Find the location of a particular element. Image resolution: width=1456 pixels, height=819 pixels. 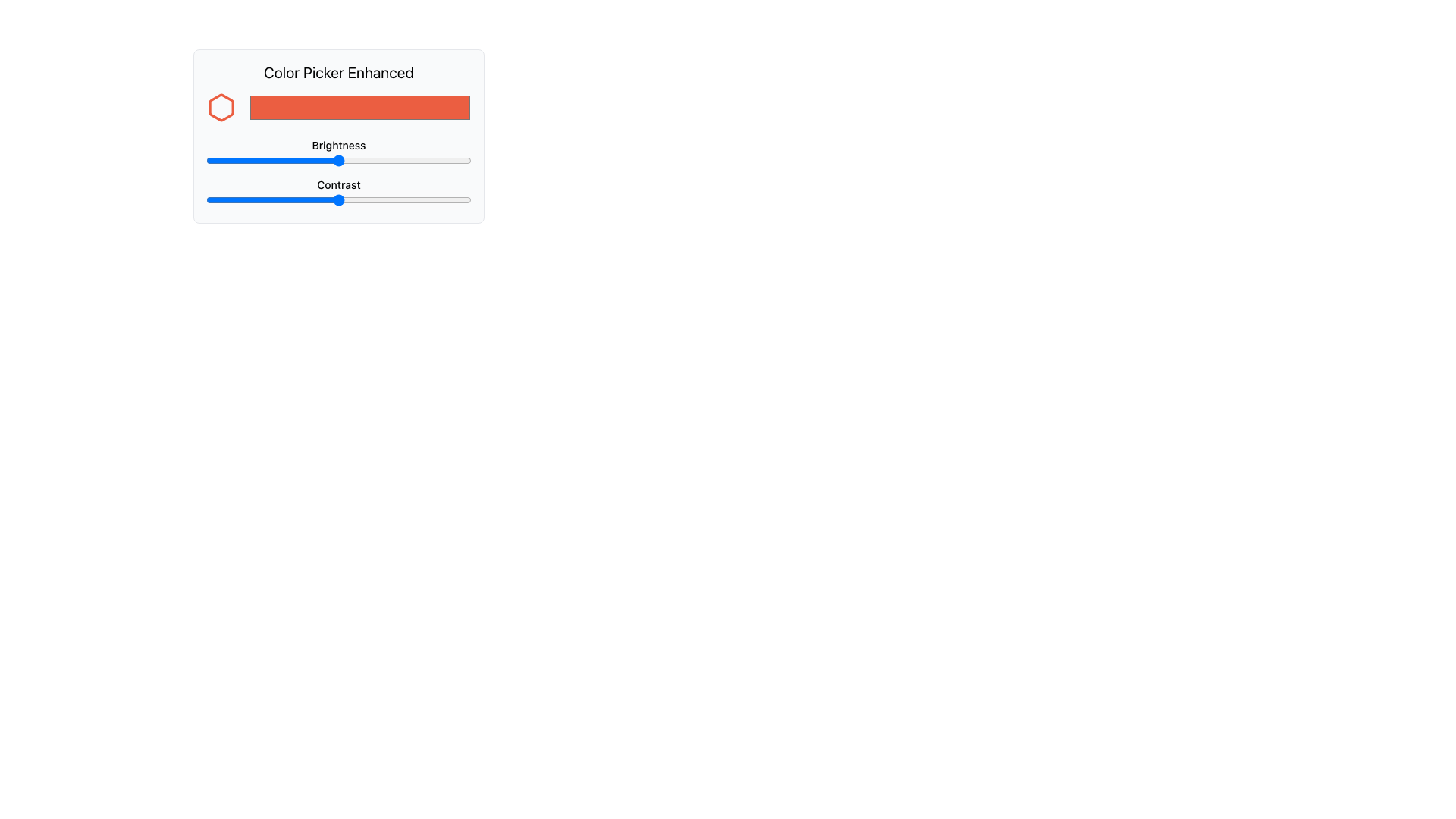

brightness is located at coordinates (327, 161).